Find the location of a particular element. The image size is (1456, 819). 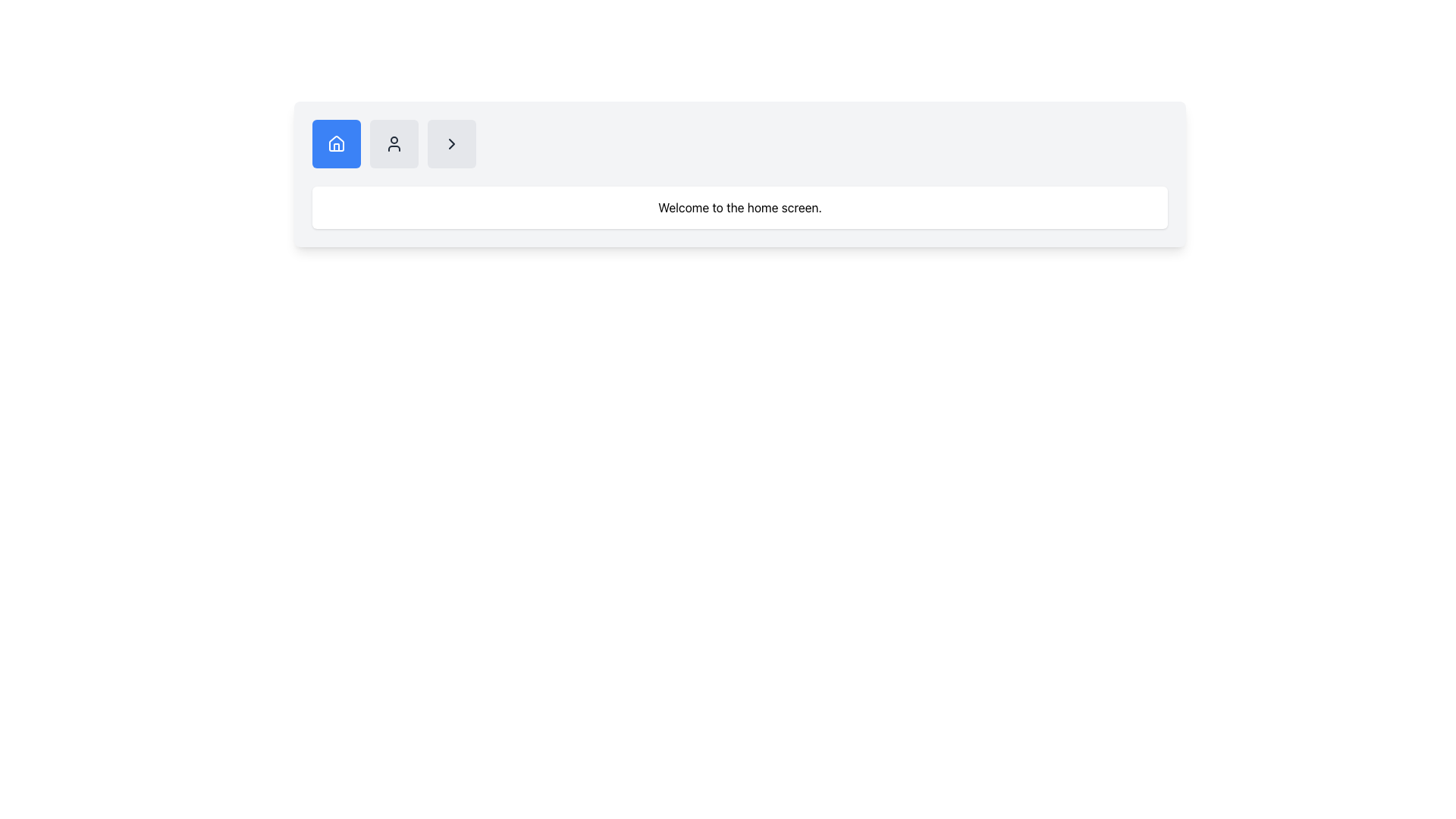

the square button with rounded corners and a solid blue background that has a white house icon, located in the top-left corner of a horizontal group of buttons is located at coordinates (336, 143).